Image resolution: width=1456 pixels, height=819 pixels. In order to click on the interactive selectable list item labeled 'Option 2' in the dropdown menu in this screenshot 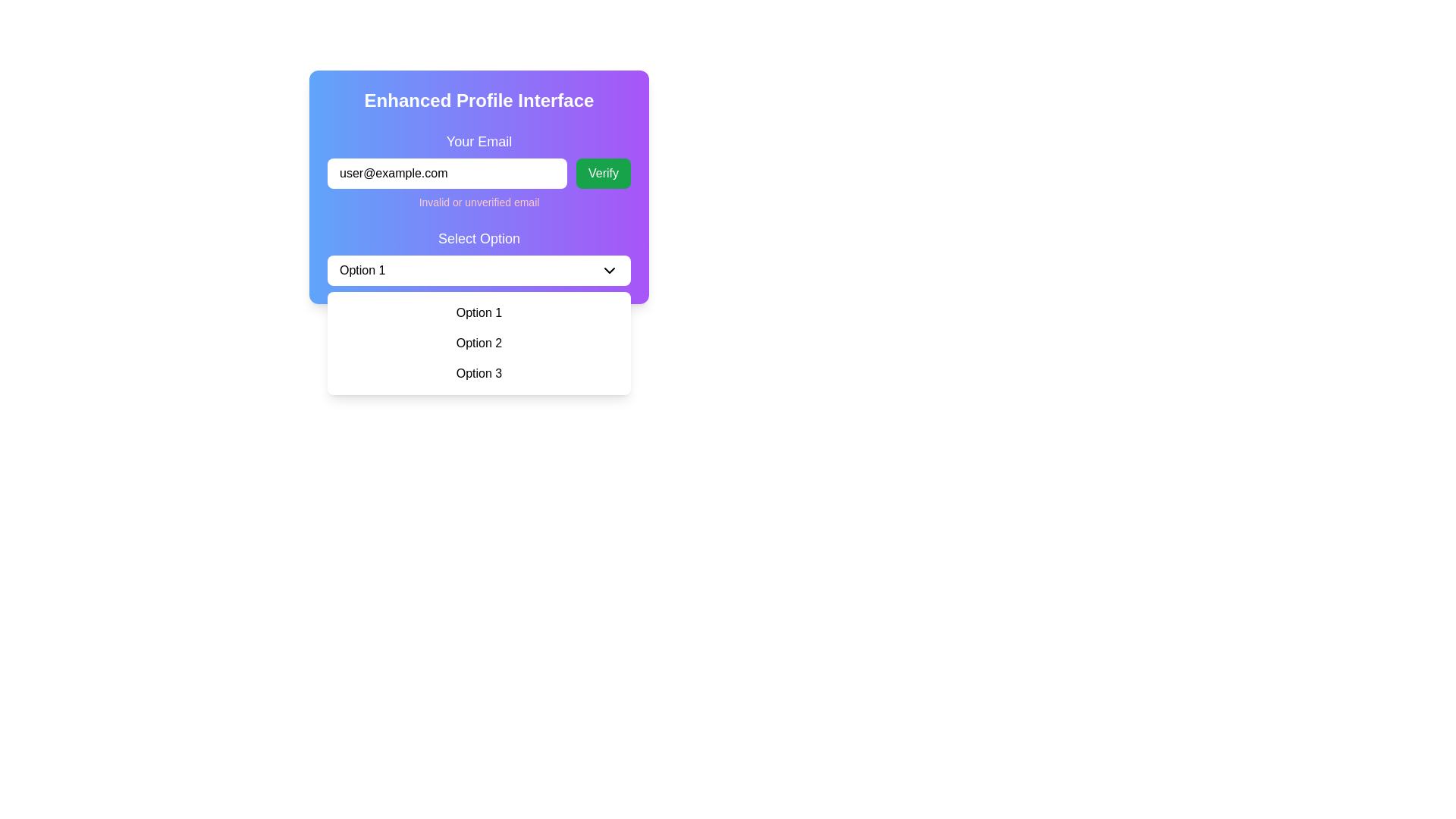, I will do `click(479, 343)`.